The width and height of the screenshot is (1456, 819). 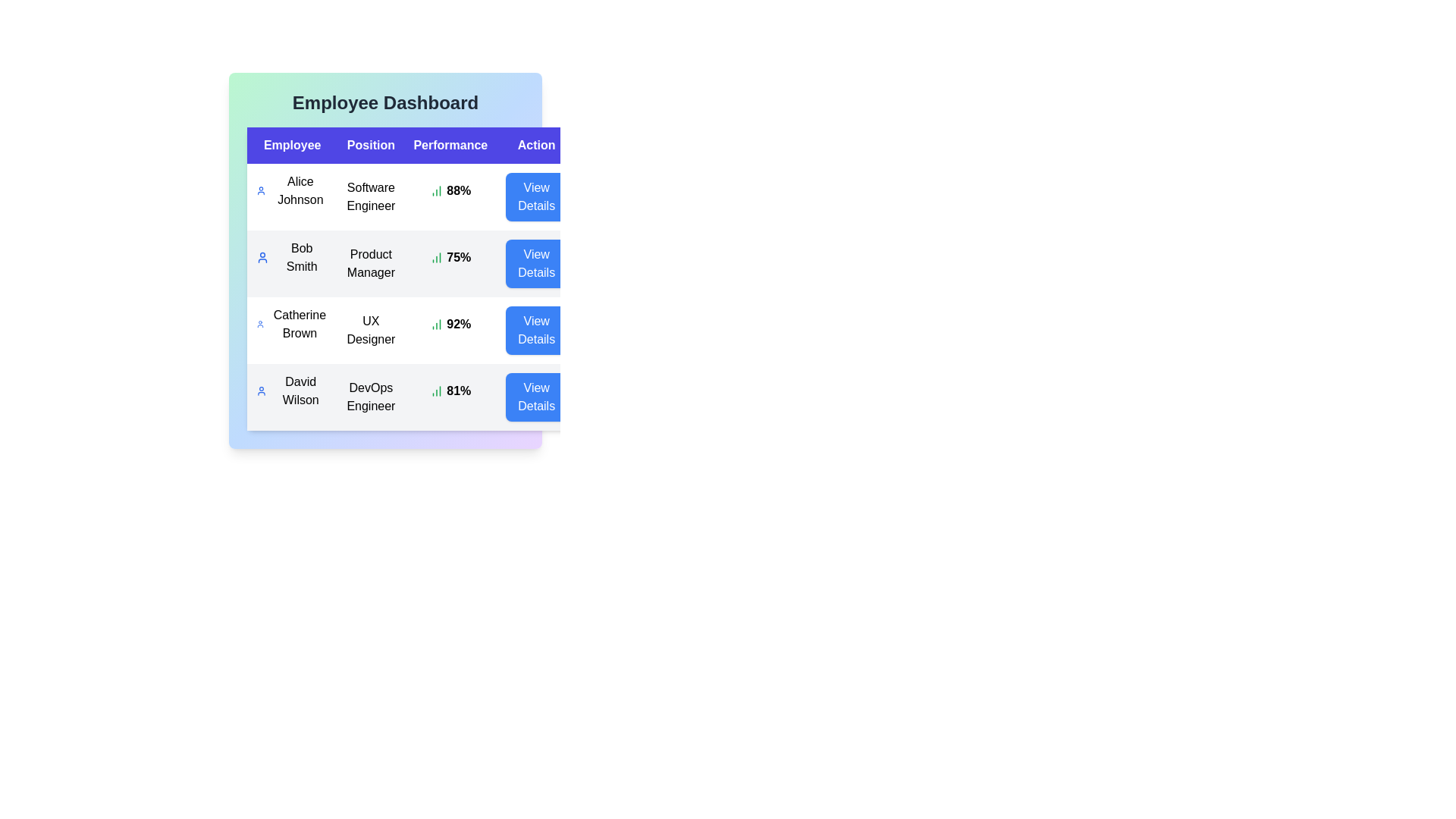 What do you see at coordinates (536, 397) in the screenshot?
I see `'View Details' button for the employee specified by David Wilson` at bounding box center [536, 397].